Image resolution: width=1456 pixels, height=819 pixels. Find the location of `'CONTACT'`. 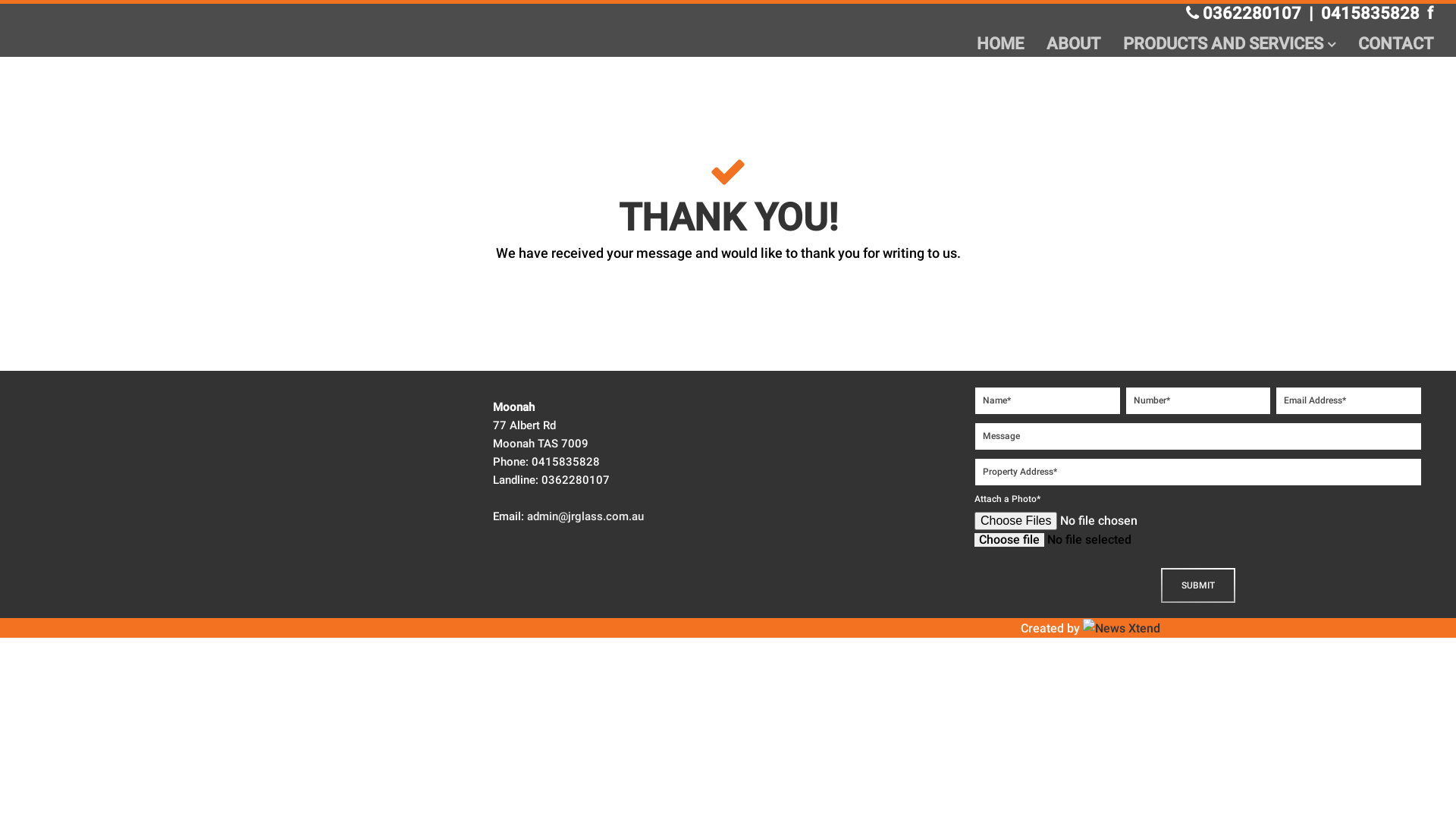

'CONTACT' is located at coordinates (1357, 43).